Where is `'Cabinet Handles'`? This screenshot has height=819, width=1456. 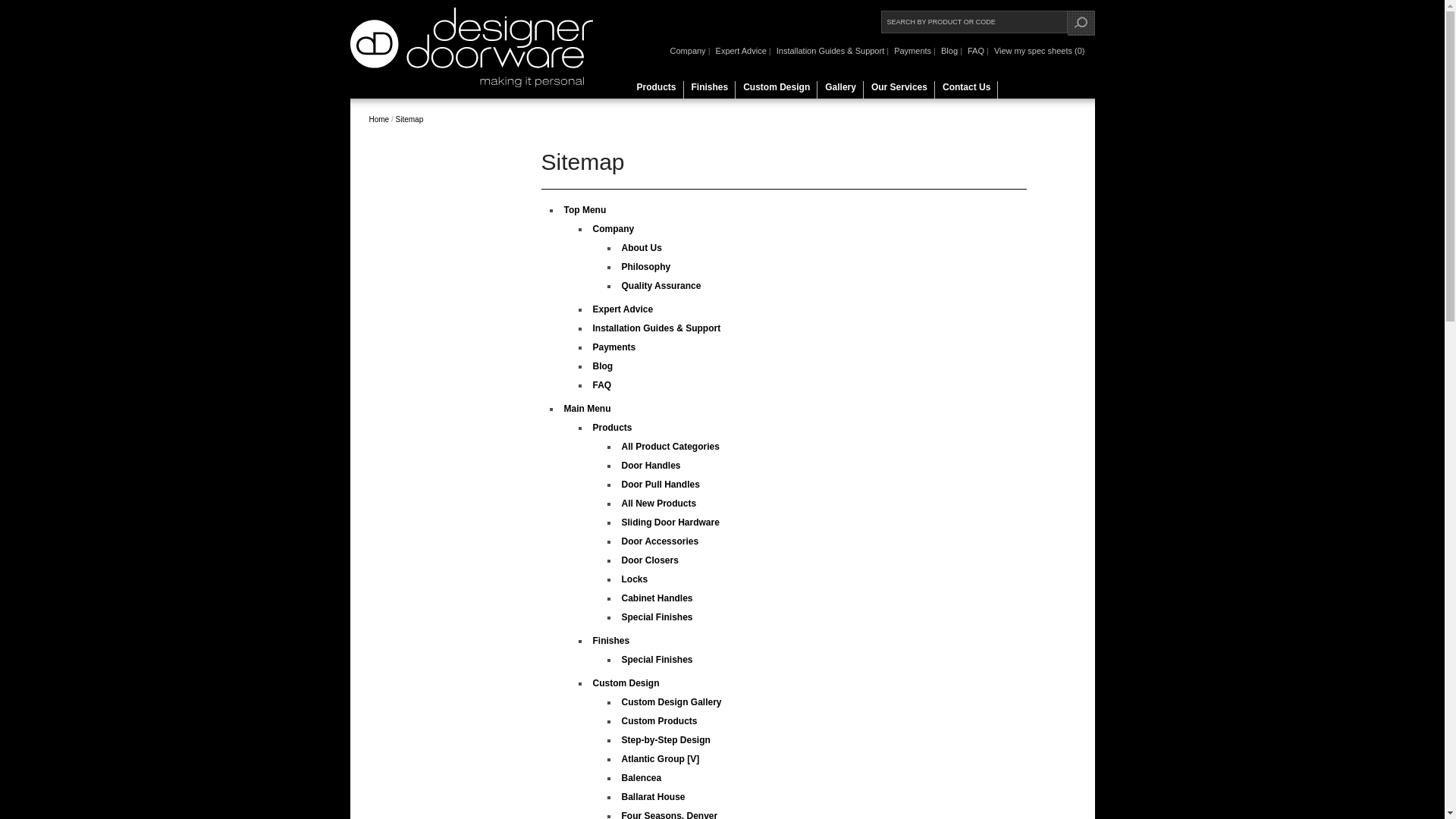
'Cabinet Handles' is located at coordinates (657, 598).